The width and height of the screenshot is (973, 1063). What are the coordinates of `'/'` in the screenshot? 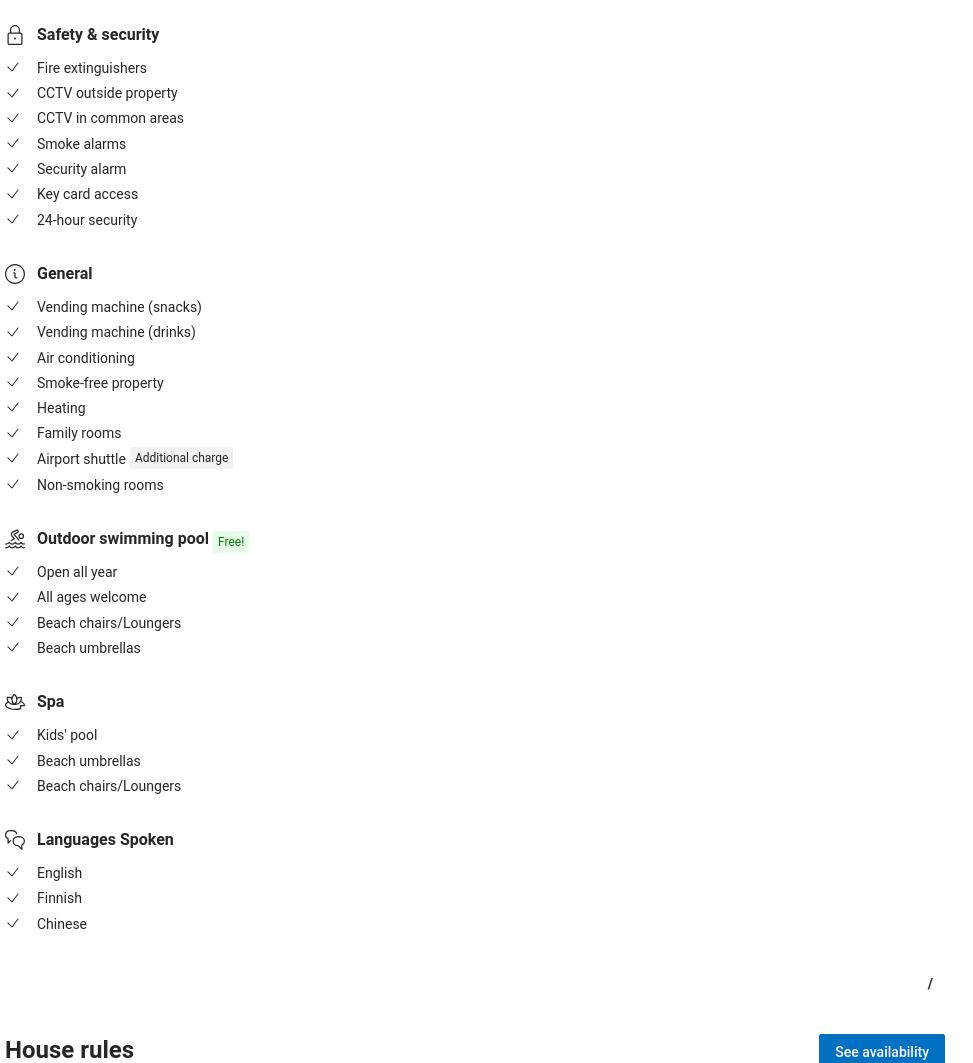 It's located at (928, 981).